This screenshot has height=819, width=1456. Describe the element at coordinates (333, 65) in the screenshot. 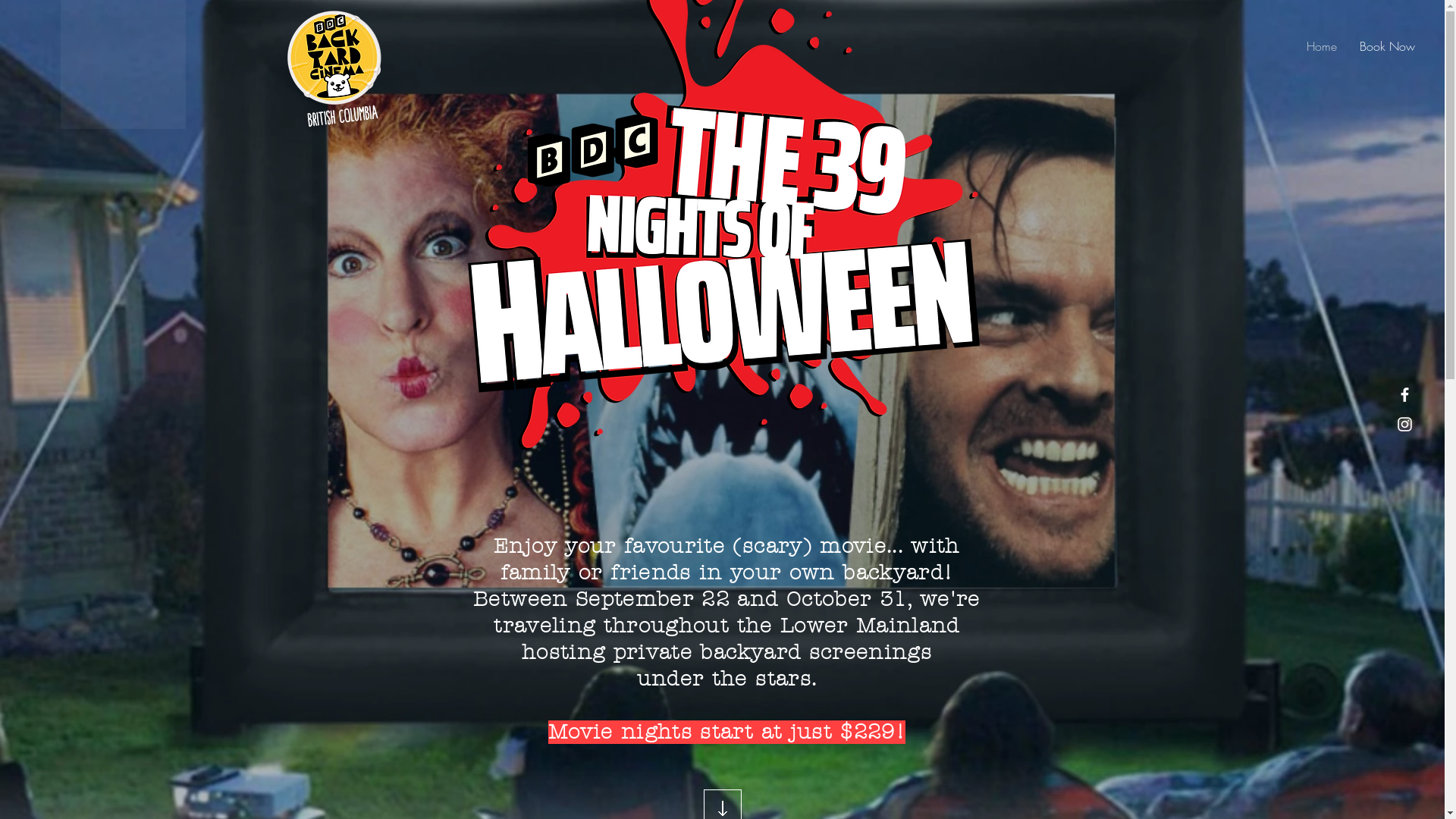

I see `'BACKYARD CINEMA LOGO 2020 (2).png'` at that location.